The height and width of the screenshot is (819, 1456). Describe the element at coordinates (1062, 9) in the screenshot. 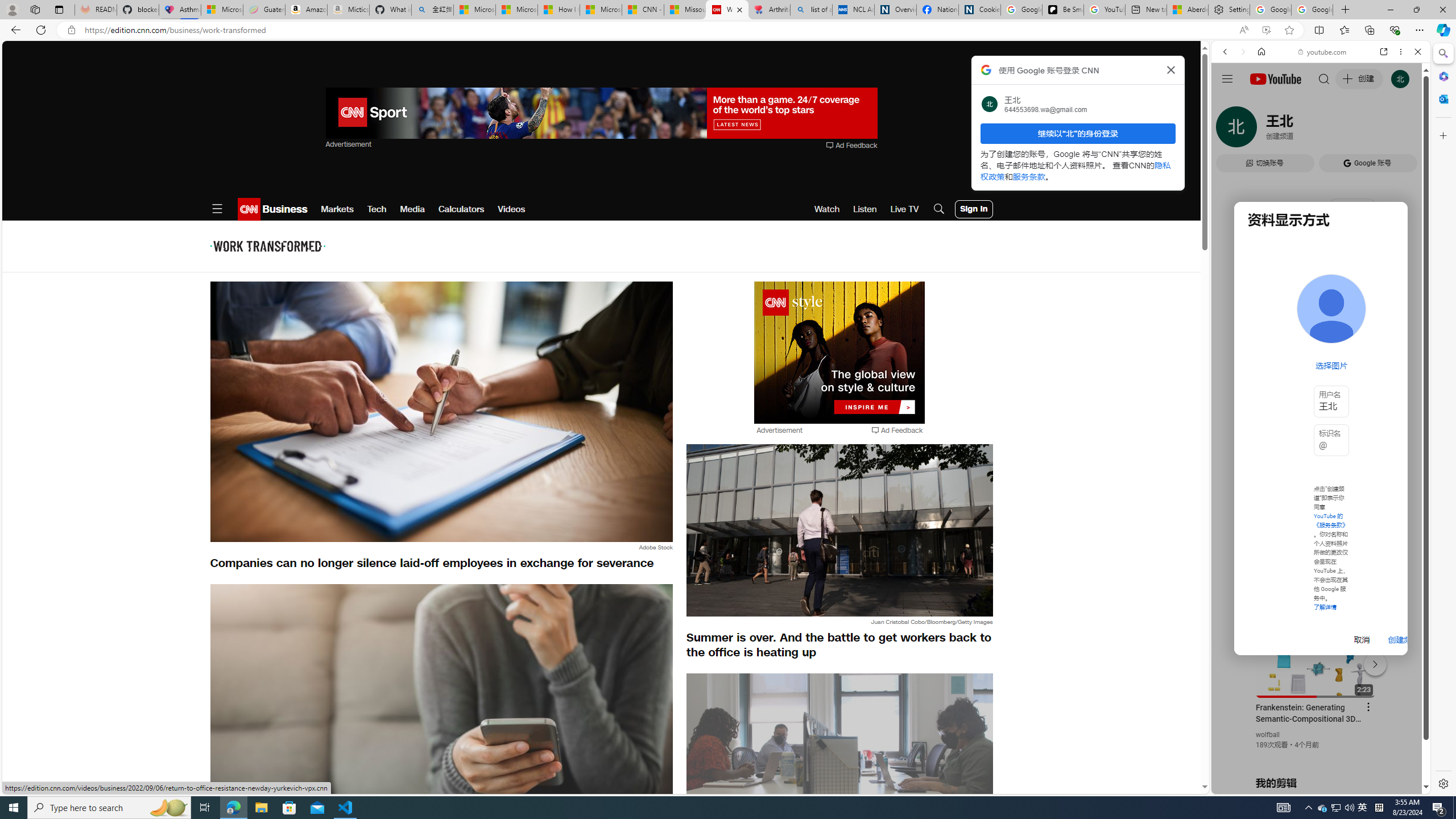

I see `'Be Smart | creating Science videos | Patreon'` at that location.